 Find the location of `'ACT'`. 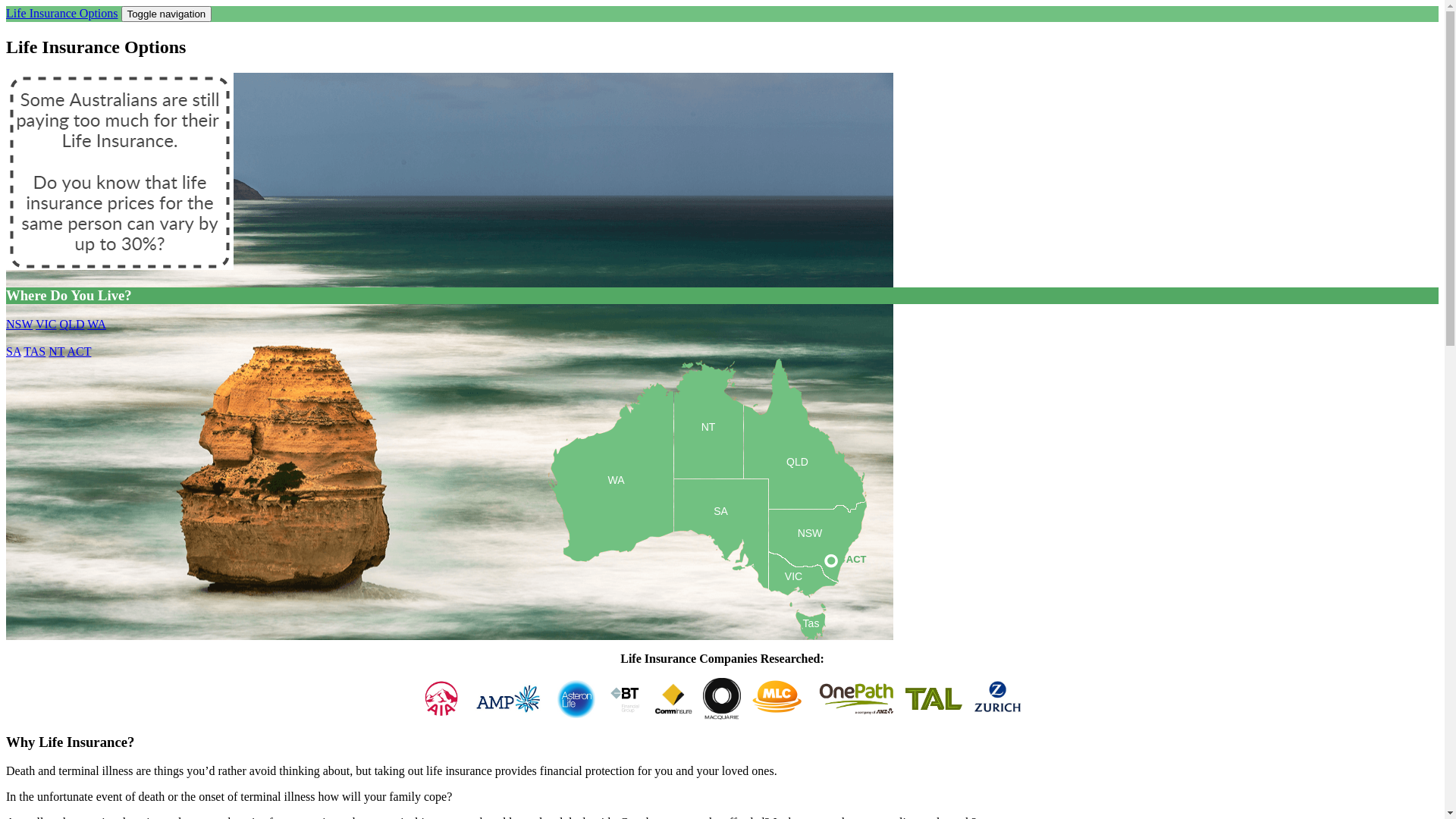

'ACT' is located at coordinates (843, 560).